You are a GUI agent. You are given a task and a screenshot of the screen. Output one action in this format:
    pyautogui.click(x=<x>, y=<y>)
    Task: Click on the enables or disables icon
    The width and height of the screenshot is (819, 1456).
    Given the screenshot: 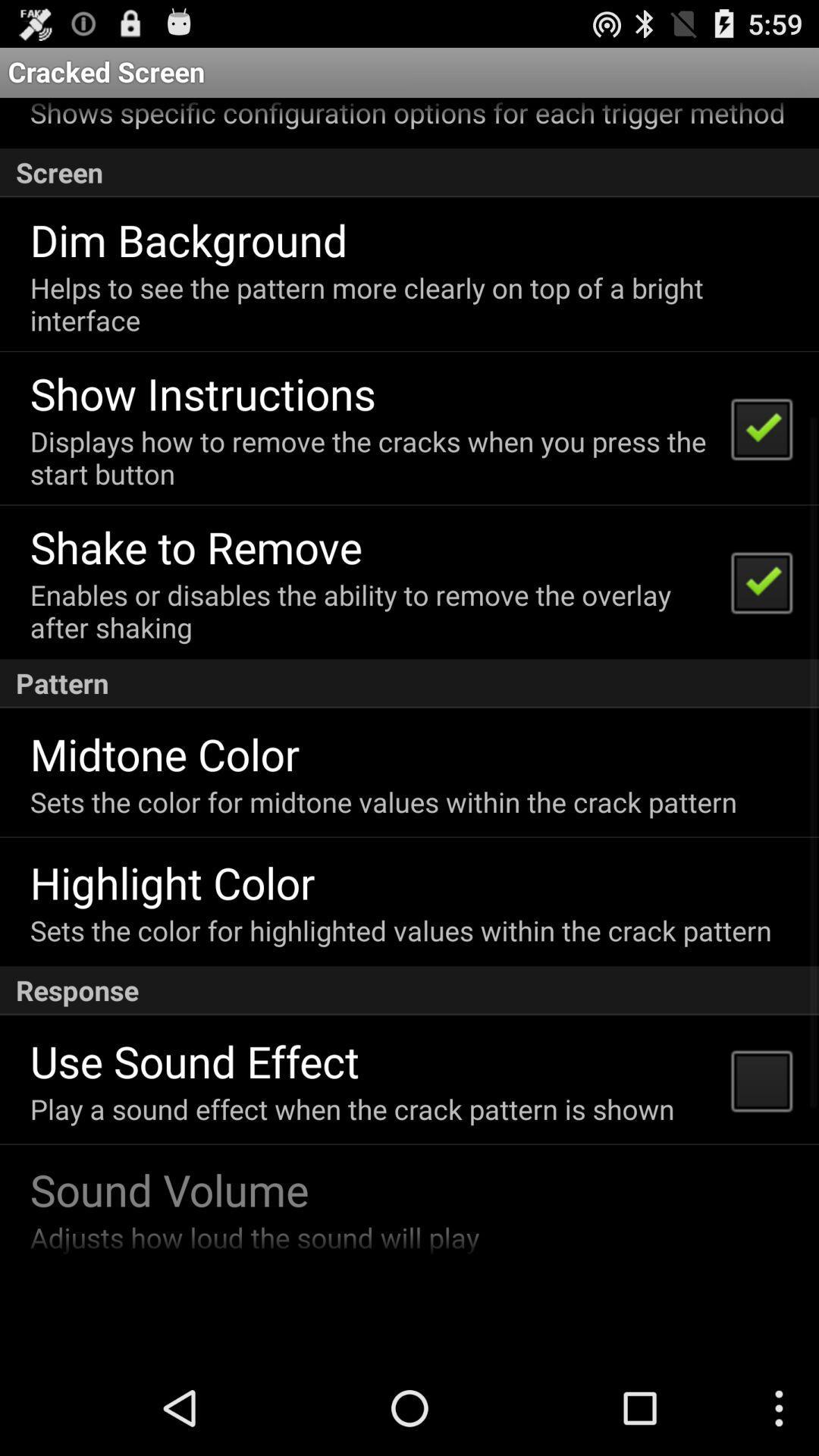 What is the action you would take?
    pyautogui.click(x=371, y=610)
    